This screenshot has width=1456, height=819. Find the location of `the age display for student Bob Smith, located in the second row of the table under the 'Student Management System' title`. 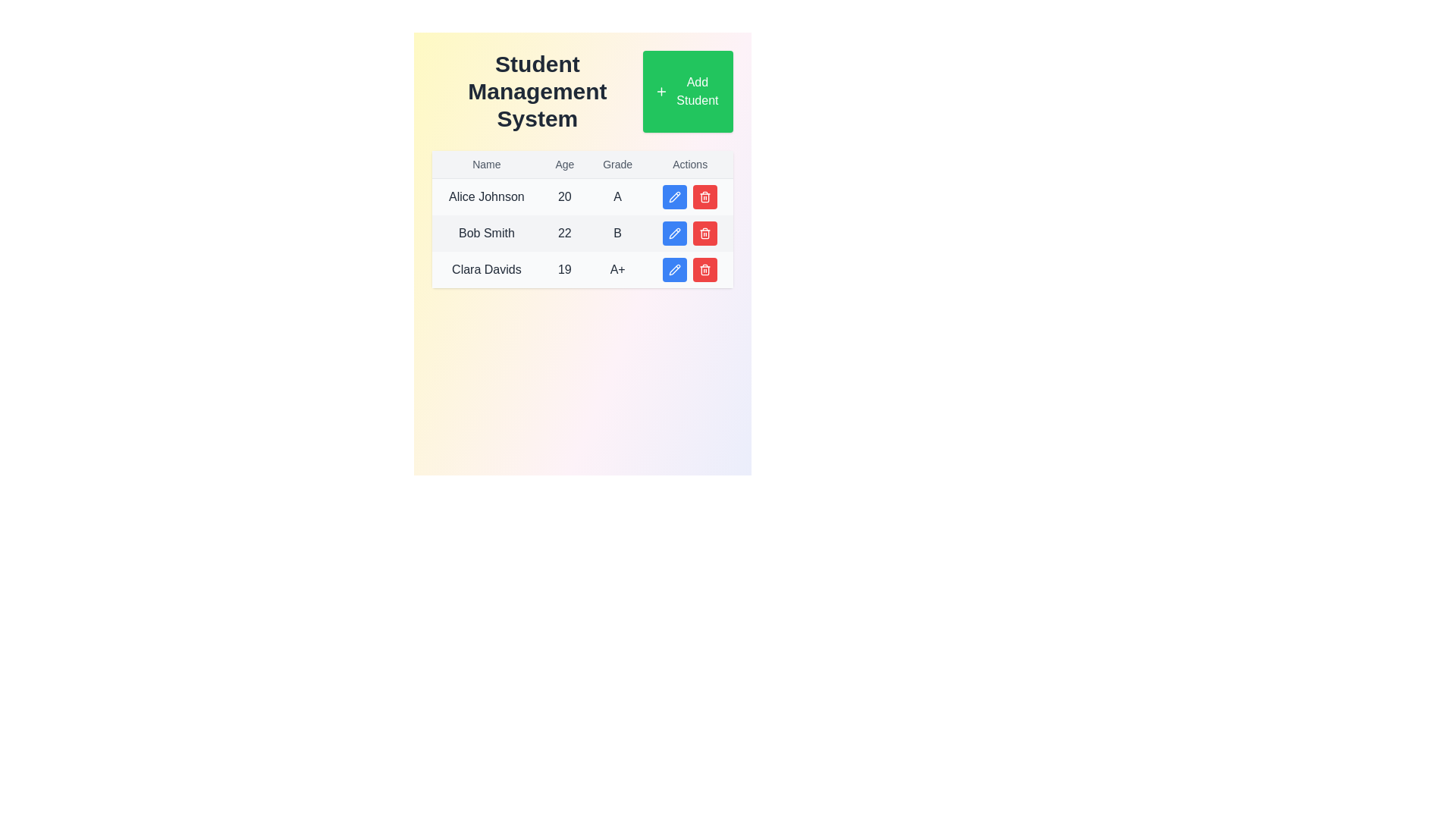

the age display for student Bob Smith, located in the second row of the table under the 'Student Management System' title is located at coordinates (563, 234).